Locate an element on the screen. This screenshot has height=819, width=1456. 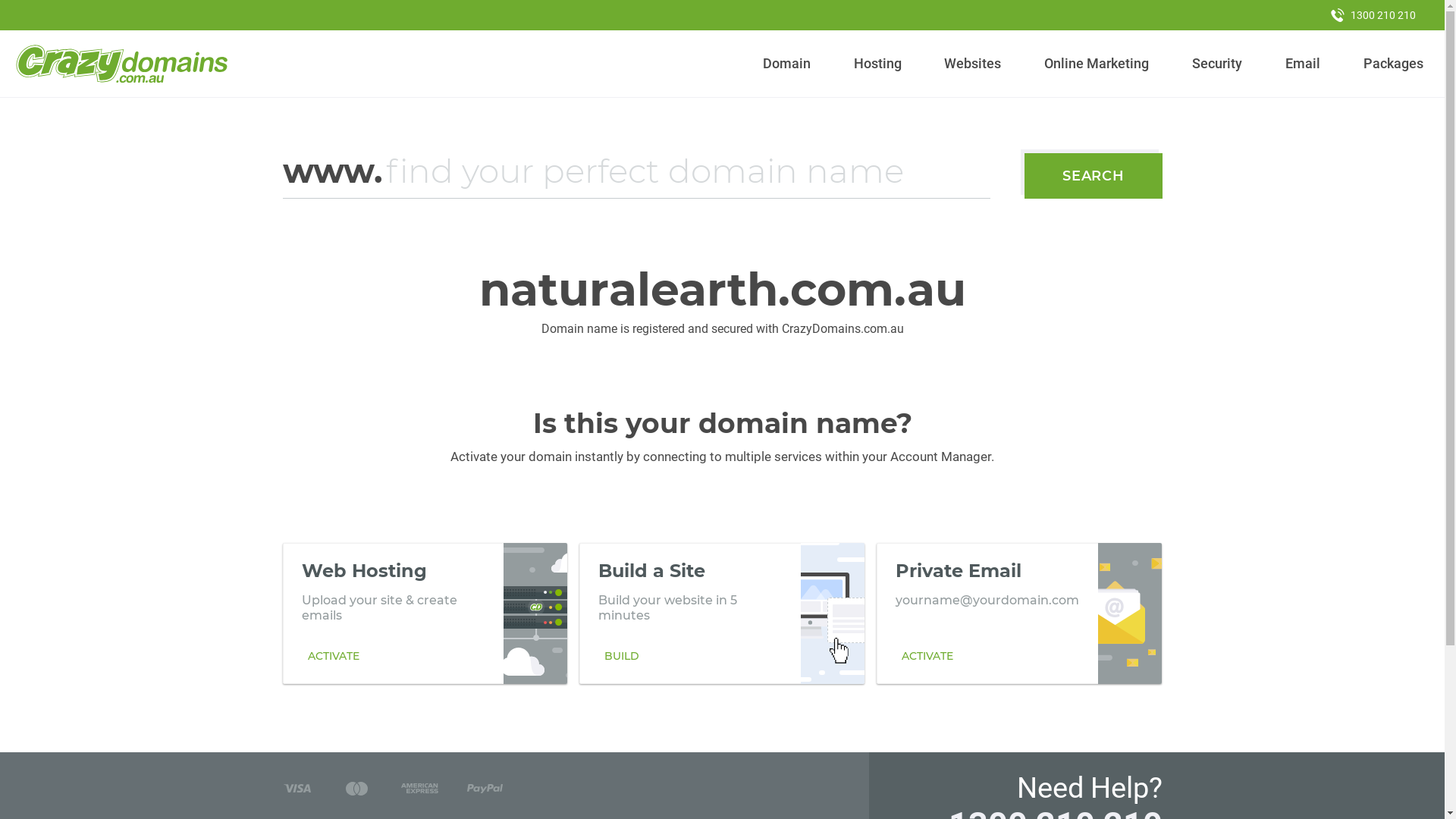
'Web Hosting is located at coordinates (425, 613).